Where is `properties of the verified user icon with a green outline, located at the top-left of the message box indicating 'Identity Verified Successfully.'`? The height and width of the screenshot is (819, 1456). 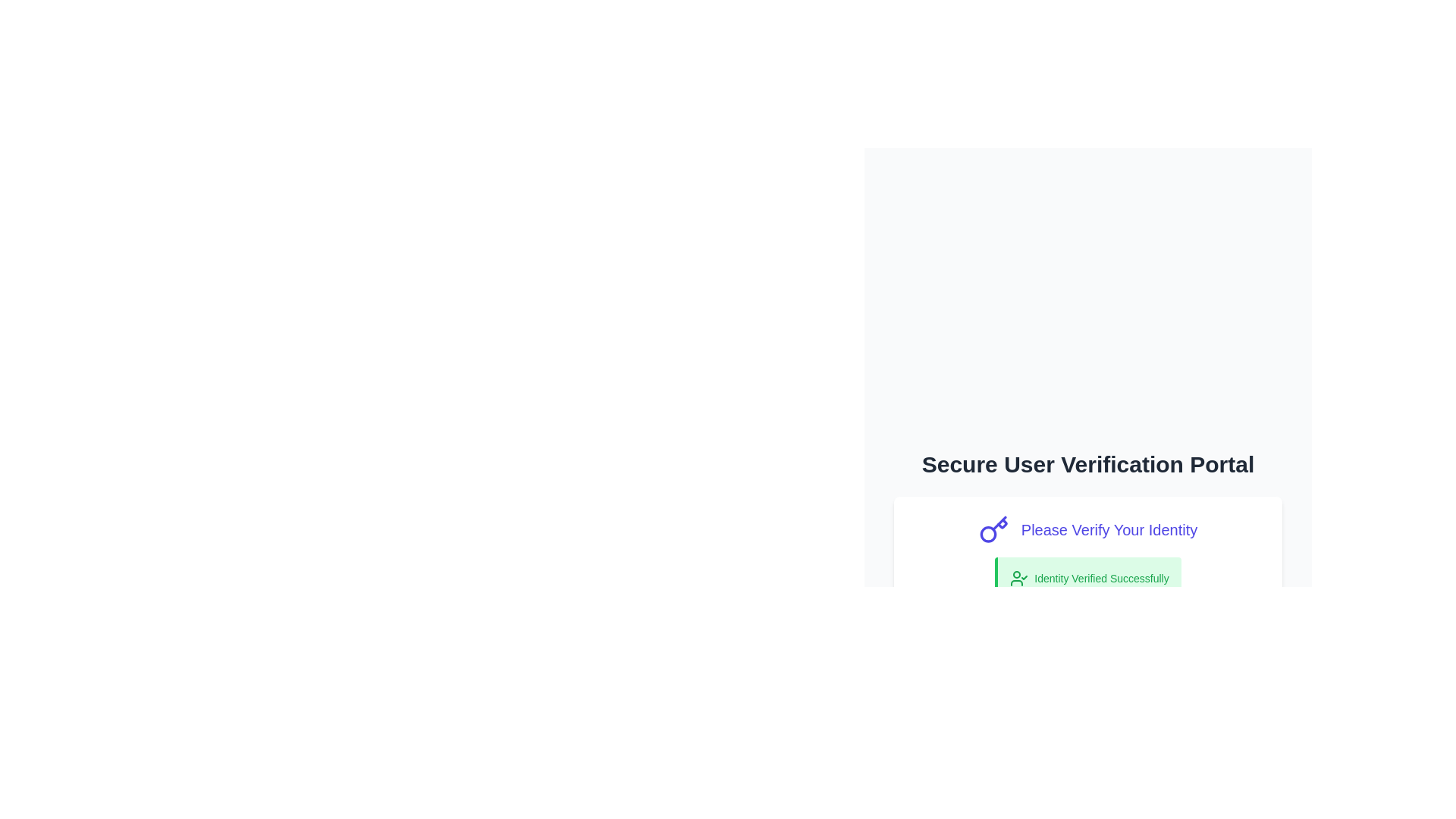
properties of the verified user icon with a green outline, located at the top-left of the message box indicating 'Identity Verified Successfully.' is located at coordinates (1019, 579).